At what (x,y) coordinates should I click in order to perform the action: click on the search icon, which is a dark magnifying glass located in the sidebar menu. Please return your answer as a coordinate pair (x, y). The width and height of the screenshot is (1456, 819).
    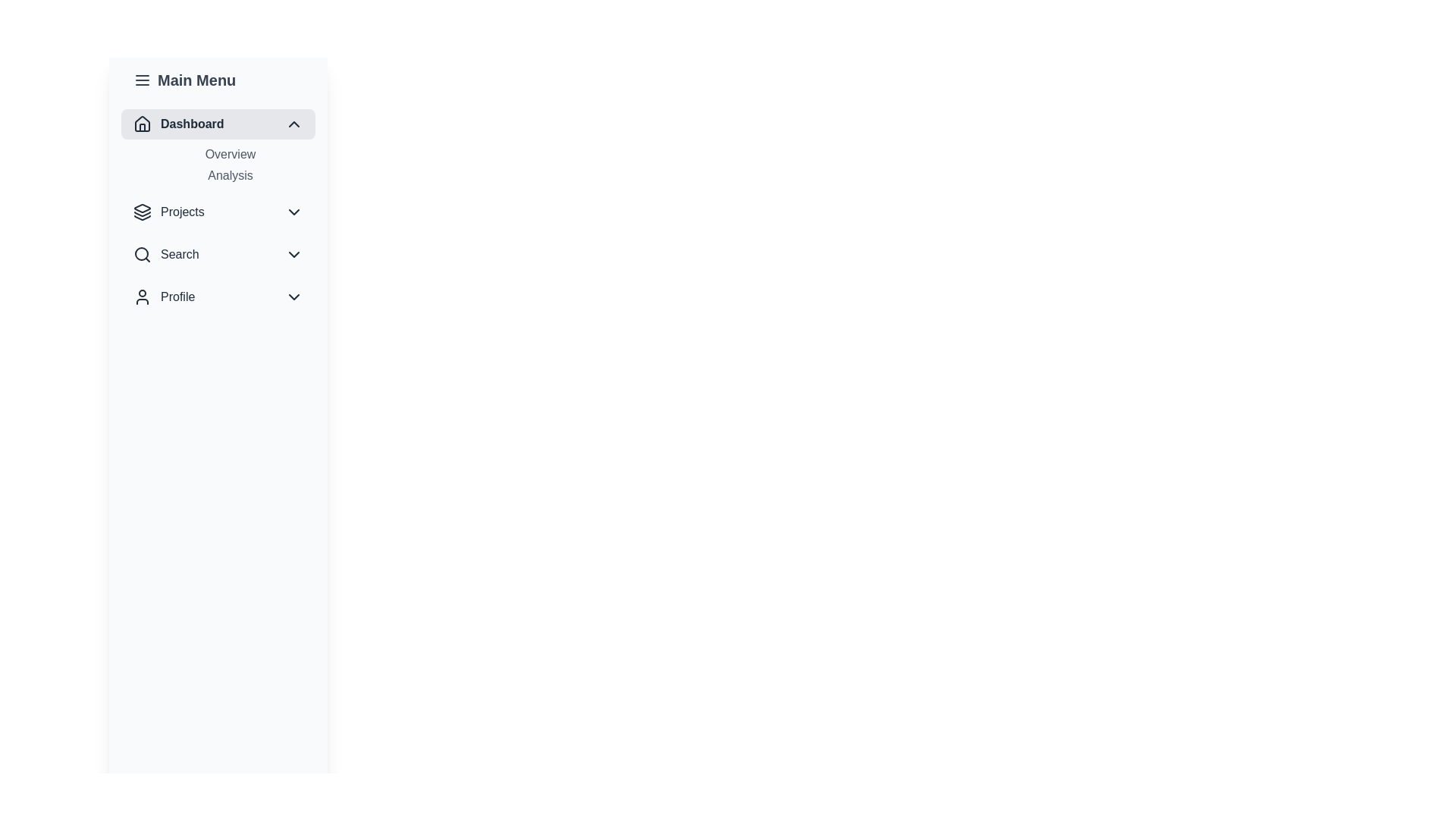
    Looking at the image, I should click on (142, 253).